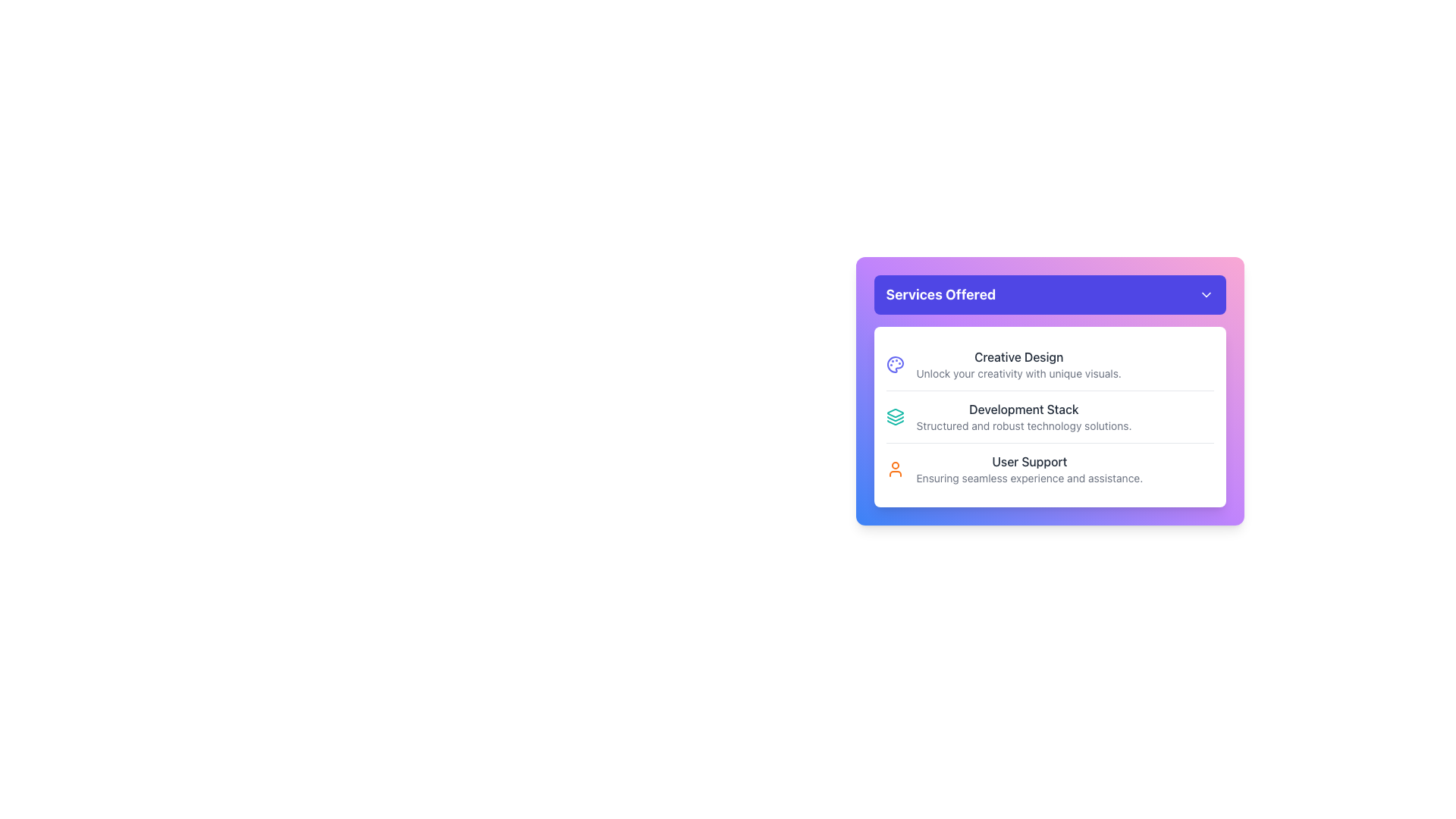  What do you see at coordinates (1018, 374) in the screenshot?
I see `descriptive text located under the 'Creative Design' title in the service card, which provides additional details related to the 'Creative Design' service` at bounding box center [1018, 374].